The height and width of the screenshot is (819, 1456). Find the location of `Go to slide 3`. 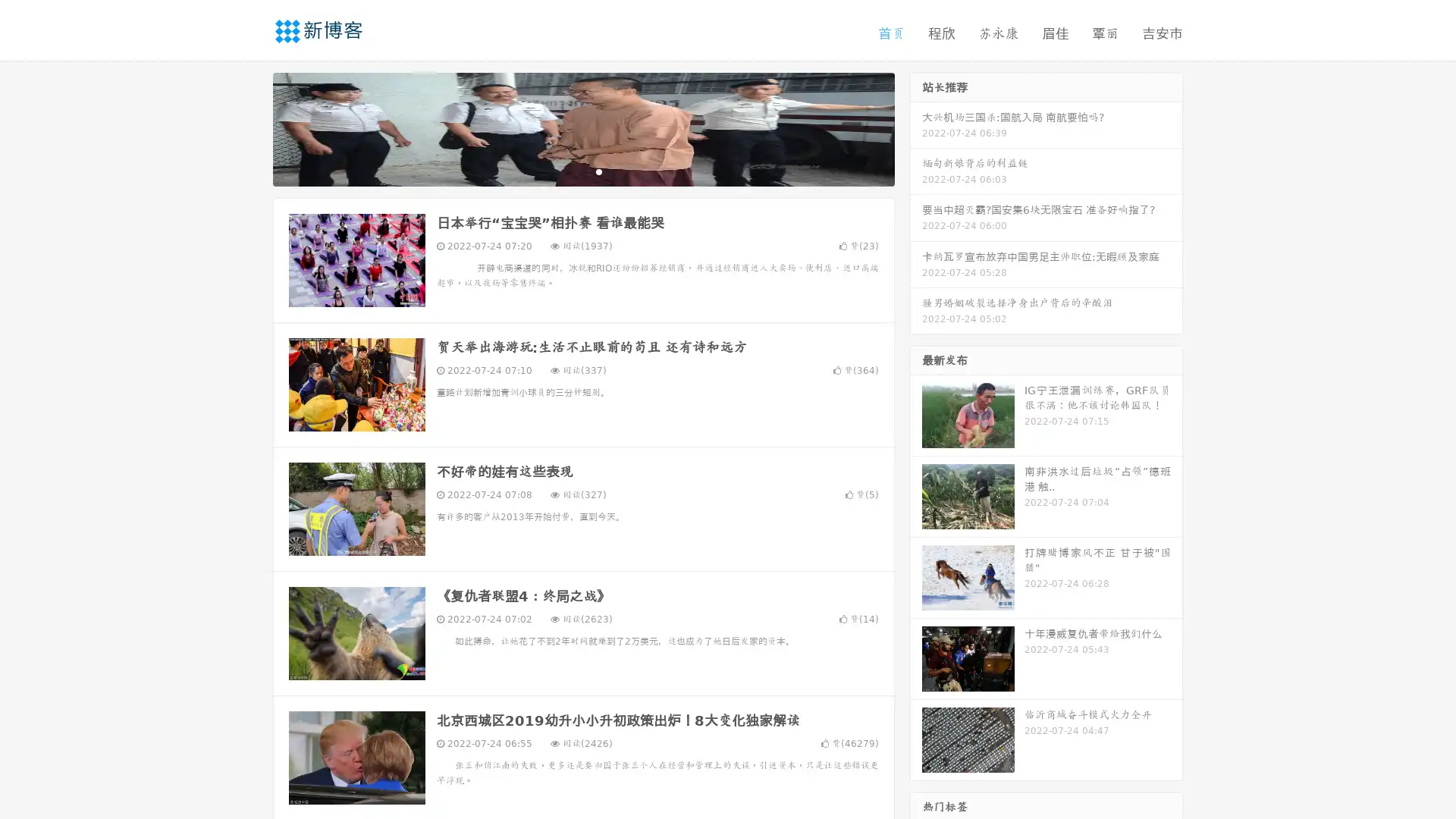

Go to slide 3 is located at coordinates (598, 171).